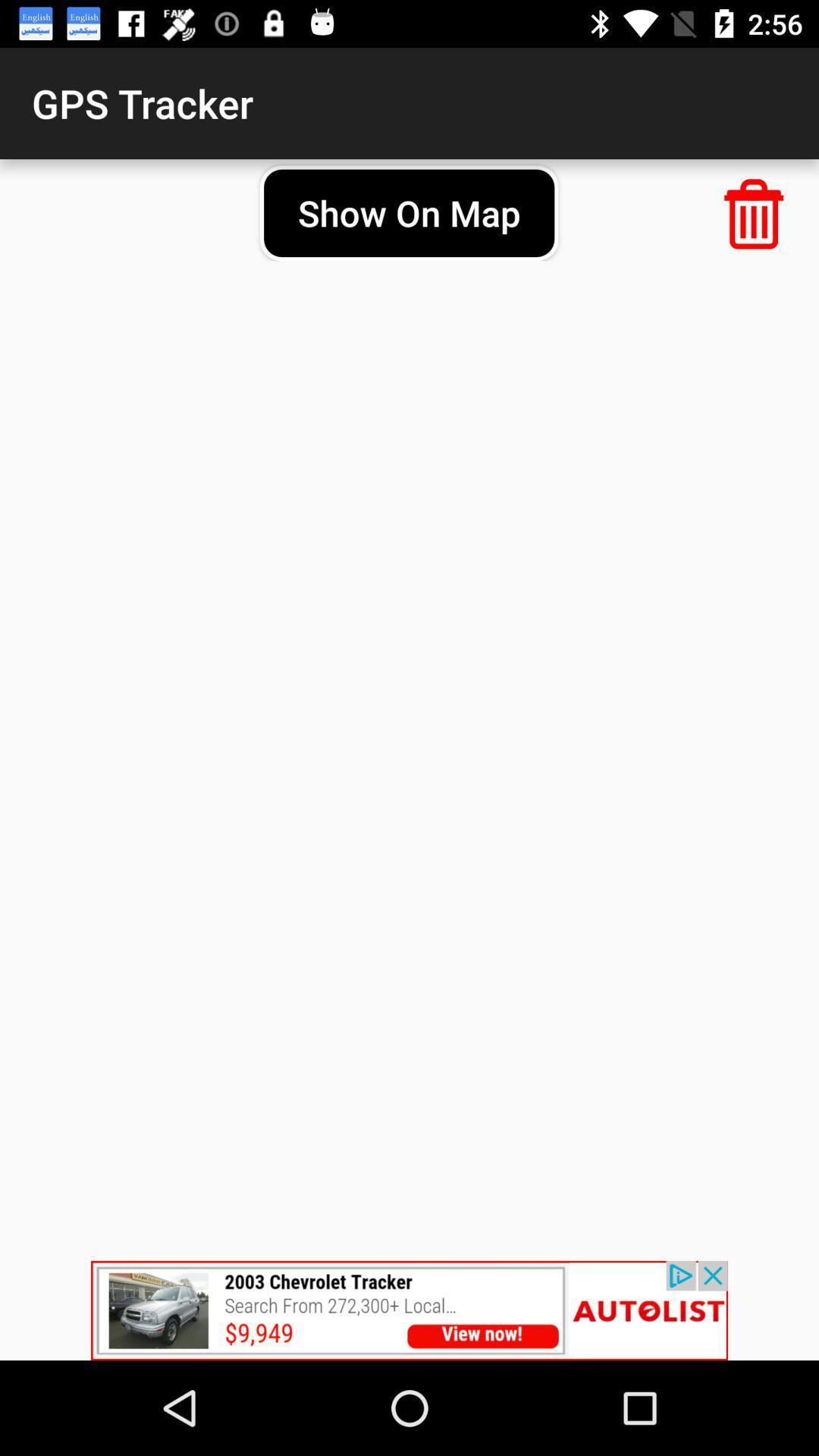 This screenshot has height=1456, width=819. What do you see at coordinates (754, 213) in the screenshot?
I see `delete tracker` at bounding box center [754, 213].